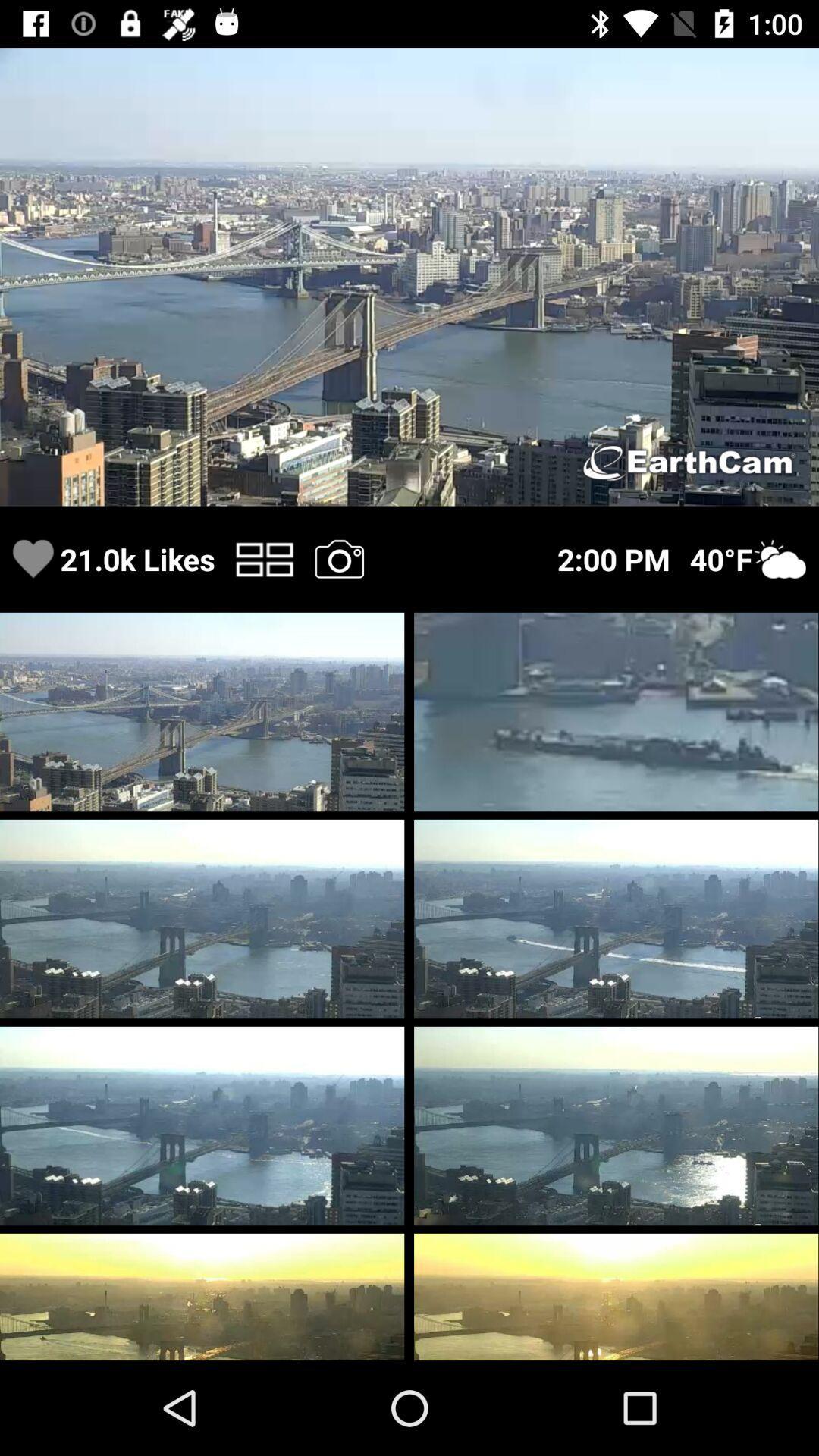 This screenshot has width=819, height=1456. What do you see at coordinates (616, 711) in the screenshot?
I see `the image below the 200 pm` at bounding box center [616, 711].